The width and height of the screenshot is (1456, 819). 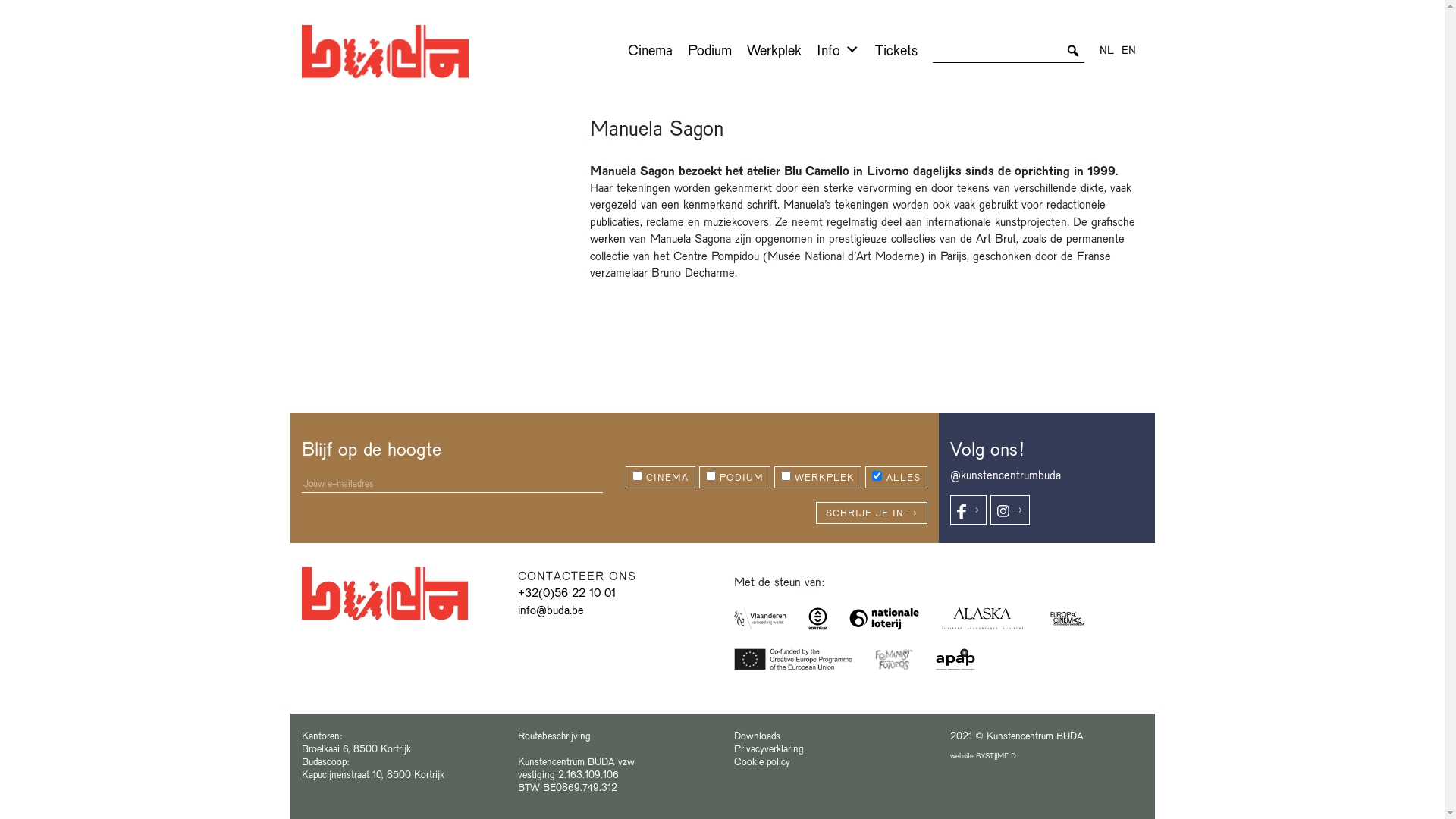 I want to click on 'NL', so click(x=1099, y=49).